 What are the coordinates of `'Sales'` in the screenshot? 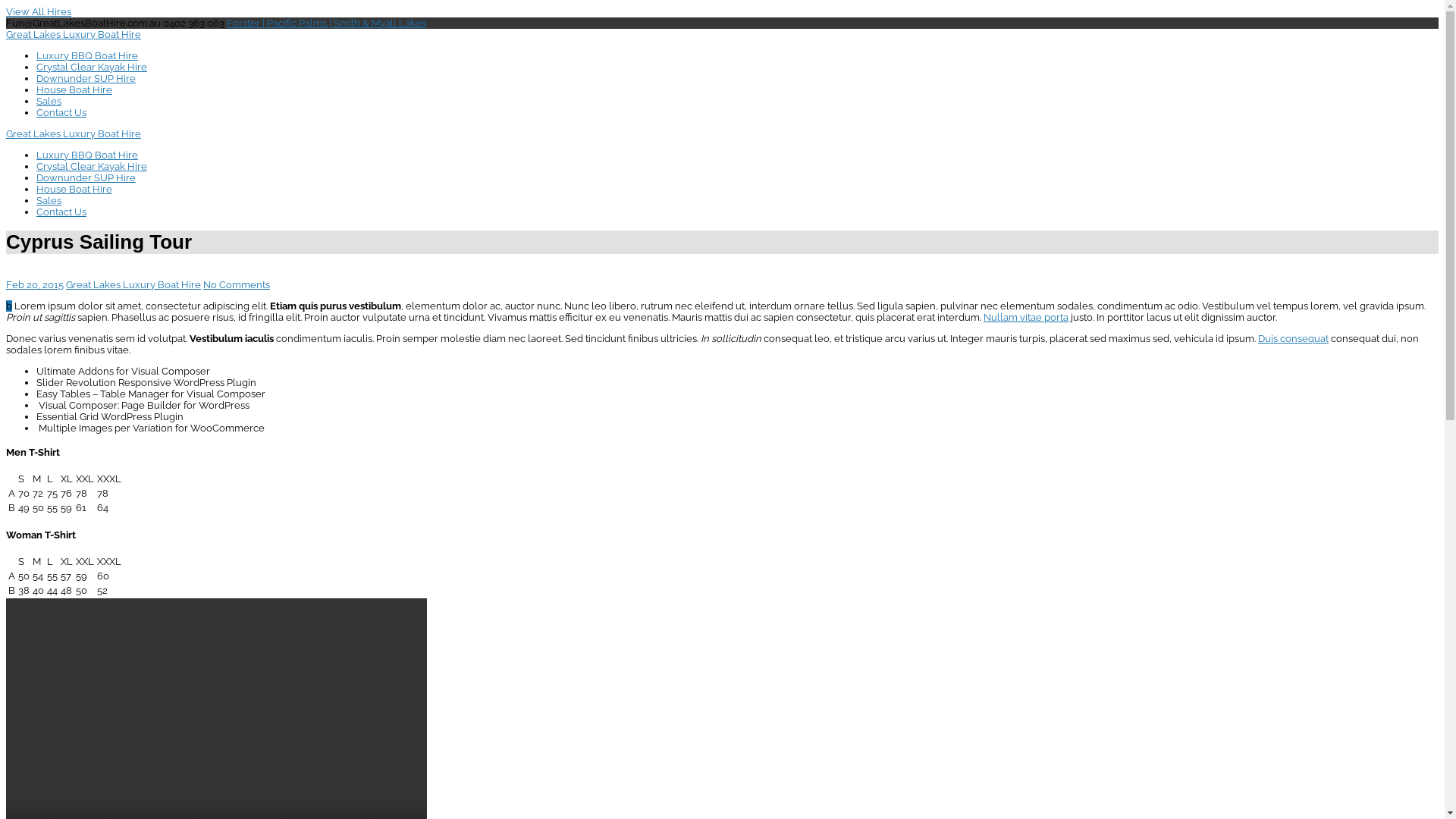 It's located at (49, 101).